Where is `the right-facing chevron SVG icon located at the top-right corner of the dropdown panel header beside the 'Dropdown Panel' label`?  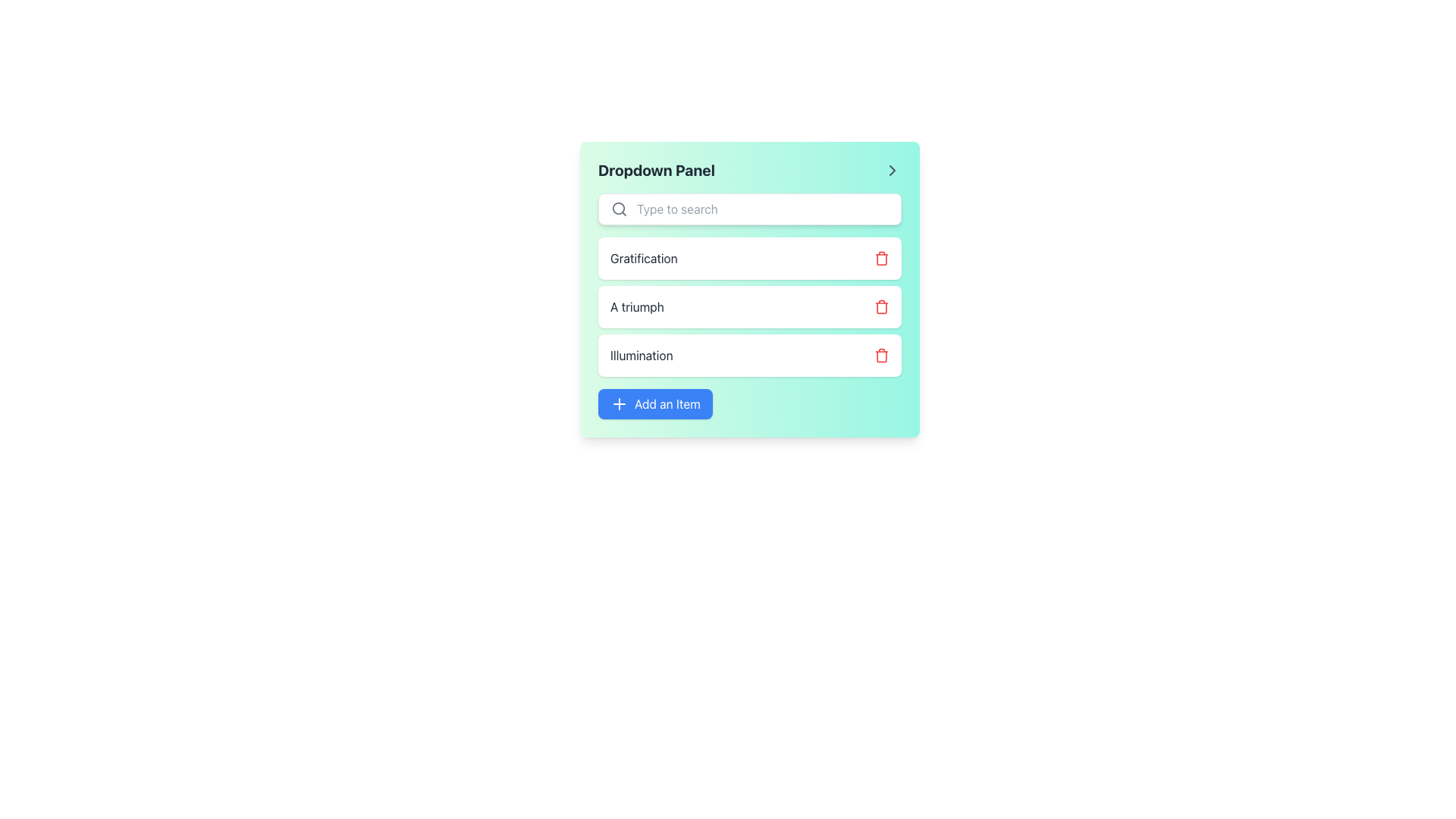 the right-facing chevron SVG icon located at the top-right corner of the dropdown panel header beside the 'Dropdown Panel' label is located at coordinates (892, 170).